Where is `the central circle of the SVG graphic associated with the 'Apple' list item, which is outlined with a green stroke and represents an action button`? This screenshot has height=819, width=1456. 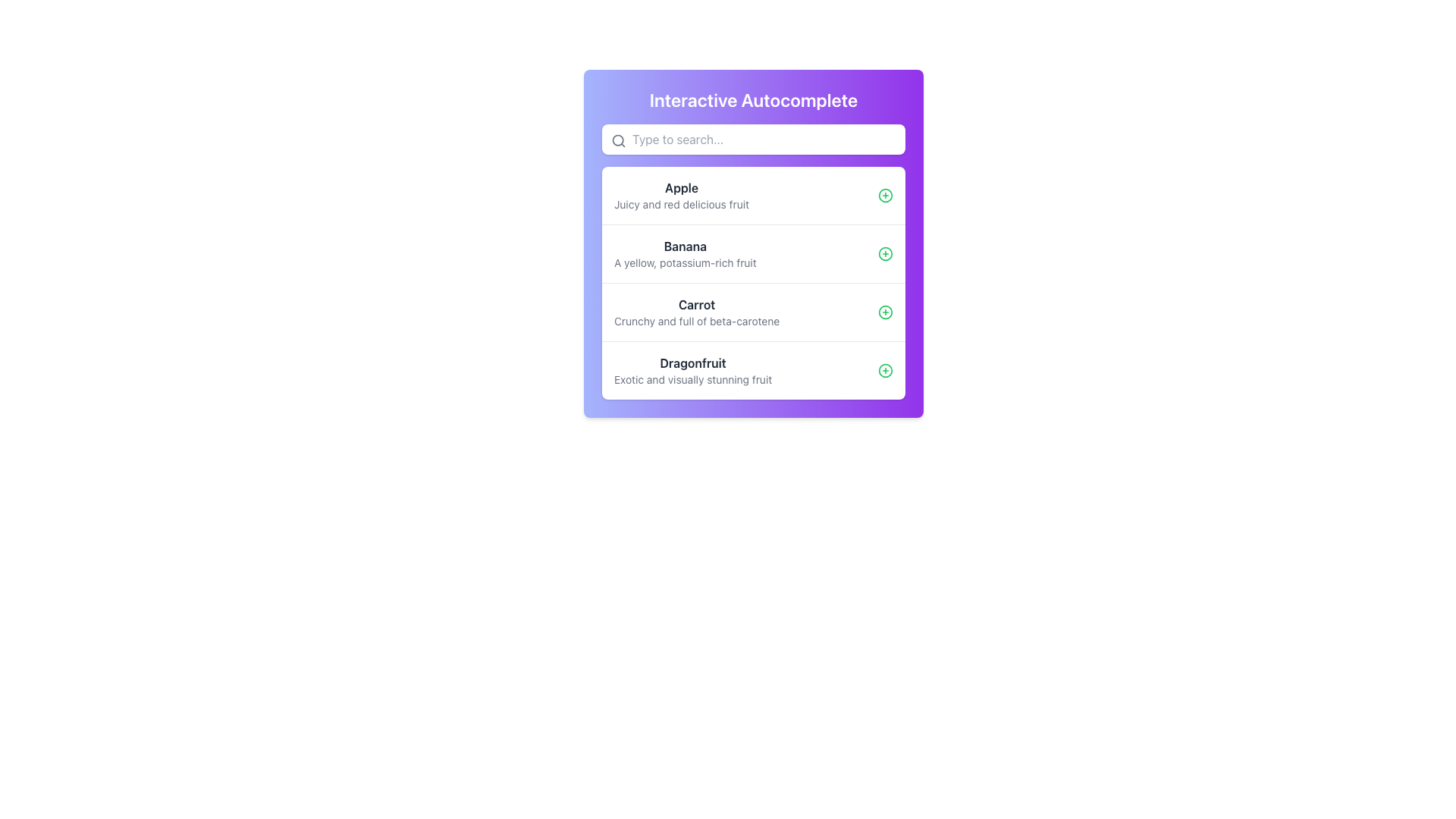
the central circle of the SVG graphic associated with the 'Apple' list item, which is outlined with a green stroke and represents an action button is located at coordinates (885, 195).